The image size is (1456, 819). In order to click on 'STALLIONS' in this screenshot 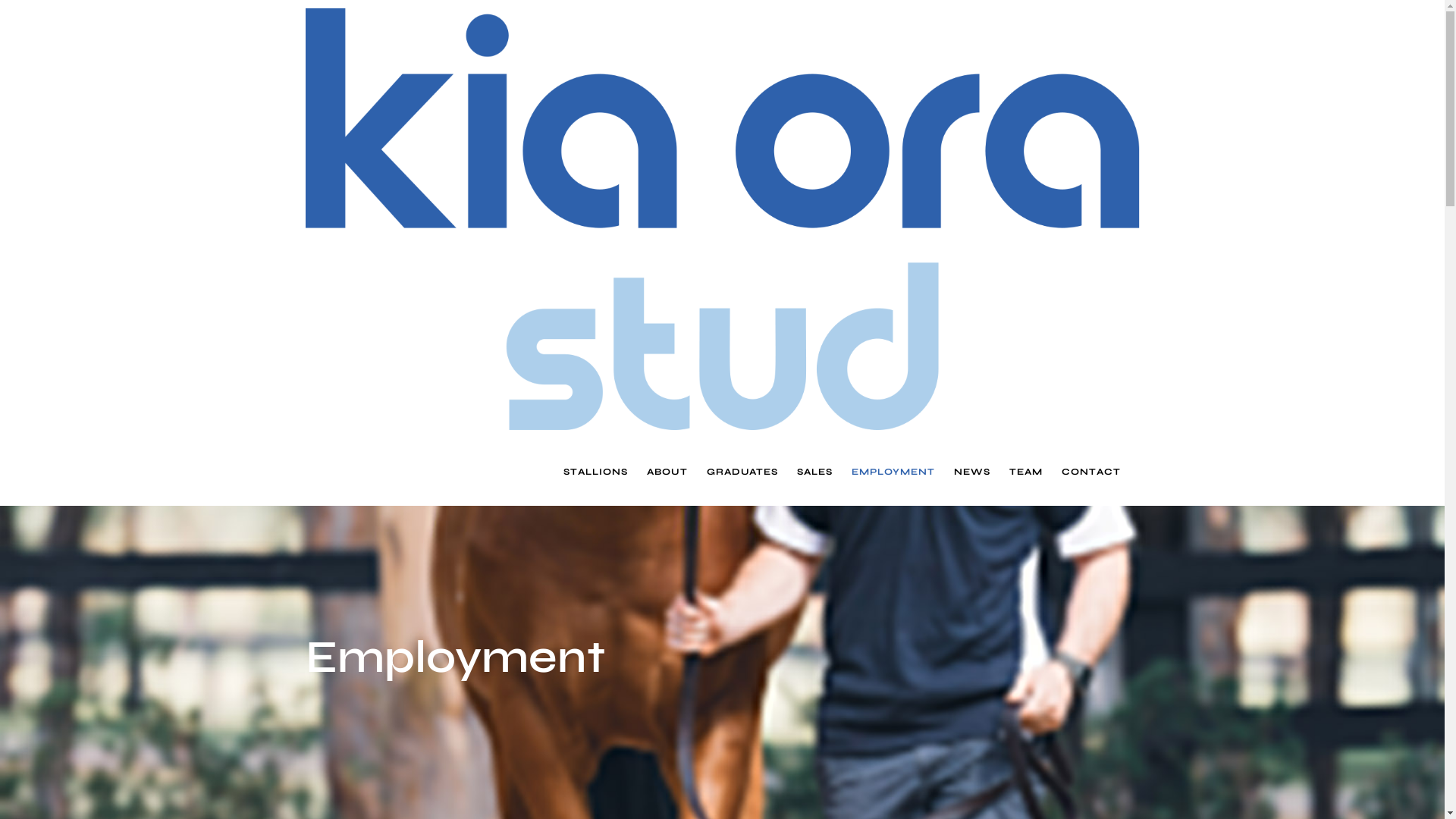, I will do `click(562, 470)`.